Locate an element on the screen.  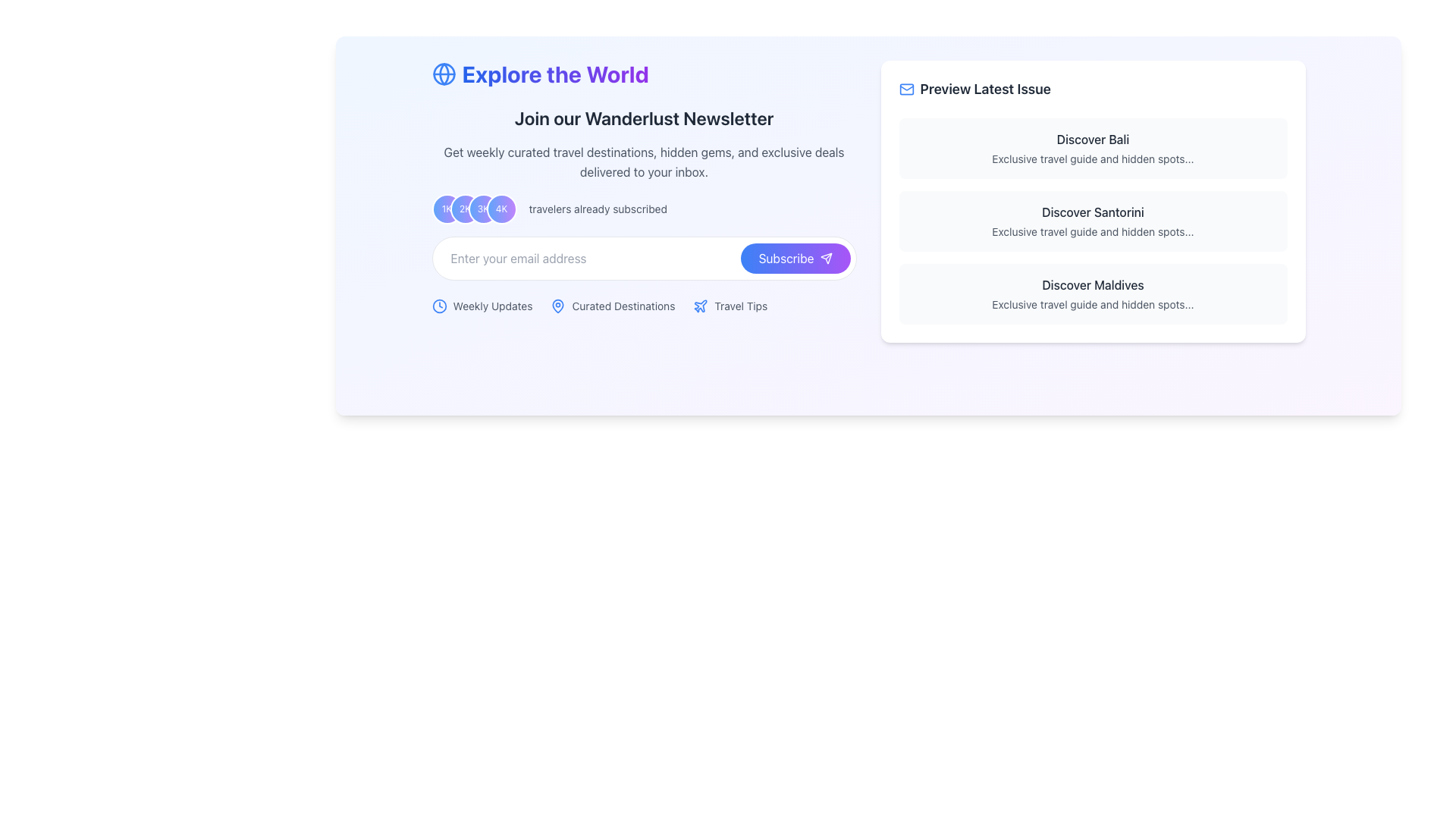
text of the title label located in the second card under the 'Preview Latest Issue' section, positioned above the subtitle 'Exclusive travel guide and hidden spots...' is located at coordinates (1093, 212).